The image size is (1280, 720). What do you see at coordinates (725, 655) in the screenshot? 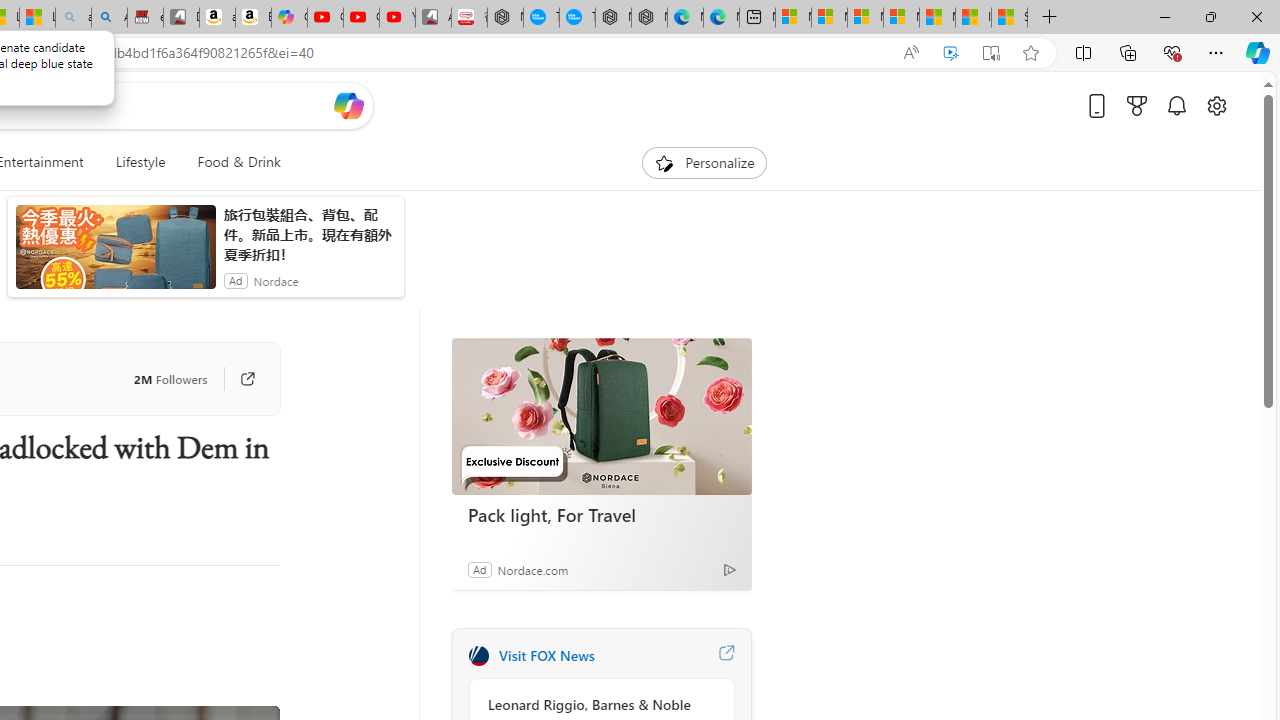
I see `'Visit FOX News website'` at bounding box center [725, 655].